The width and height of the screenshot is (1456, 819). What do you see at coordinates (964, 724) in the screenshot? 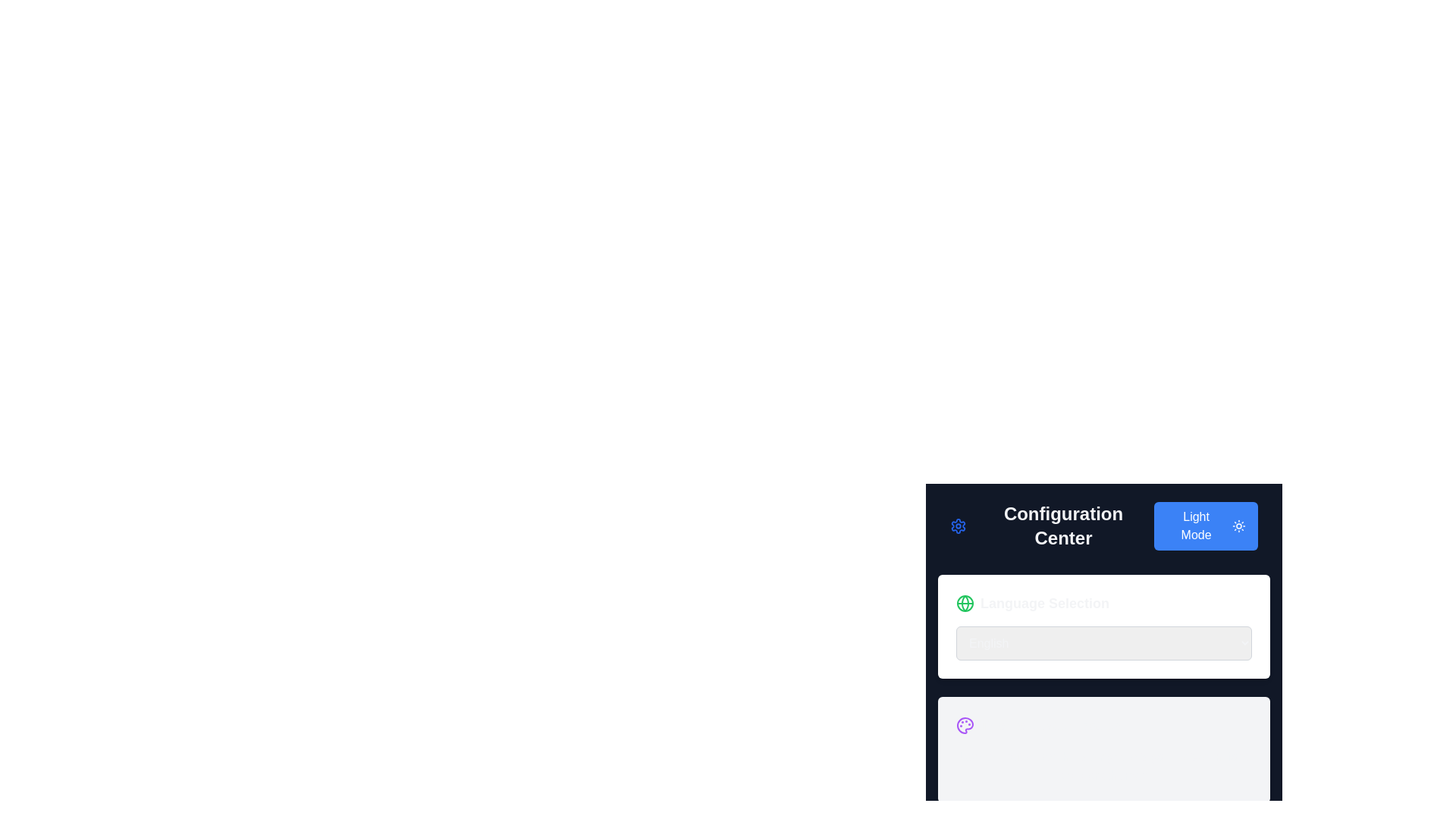
I see `the theme customization icon located to the left of the 'Theme Customization' text, which symbolizes the option for modifying visual settings` at bounding box center [964, 724].